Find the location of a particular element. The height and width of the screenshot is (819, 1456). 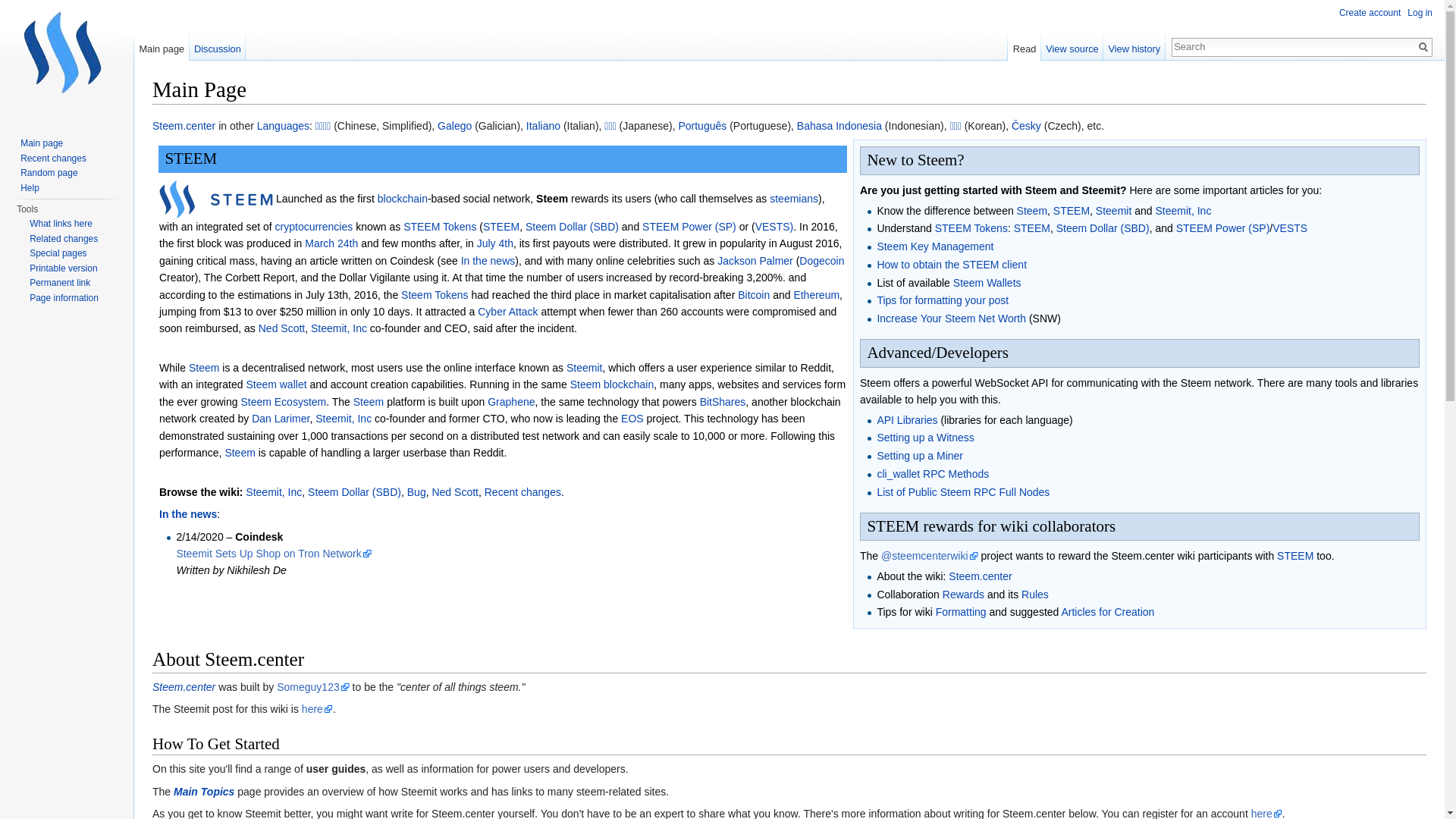

'Cyber Attack' is located at coordinates (507, 311).